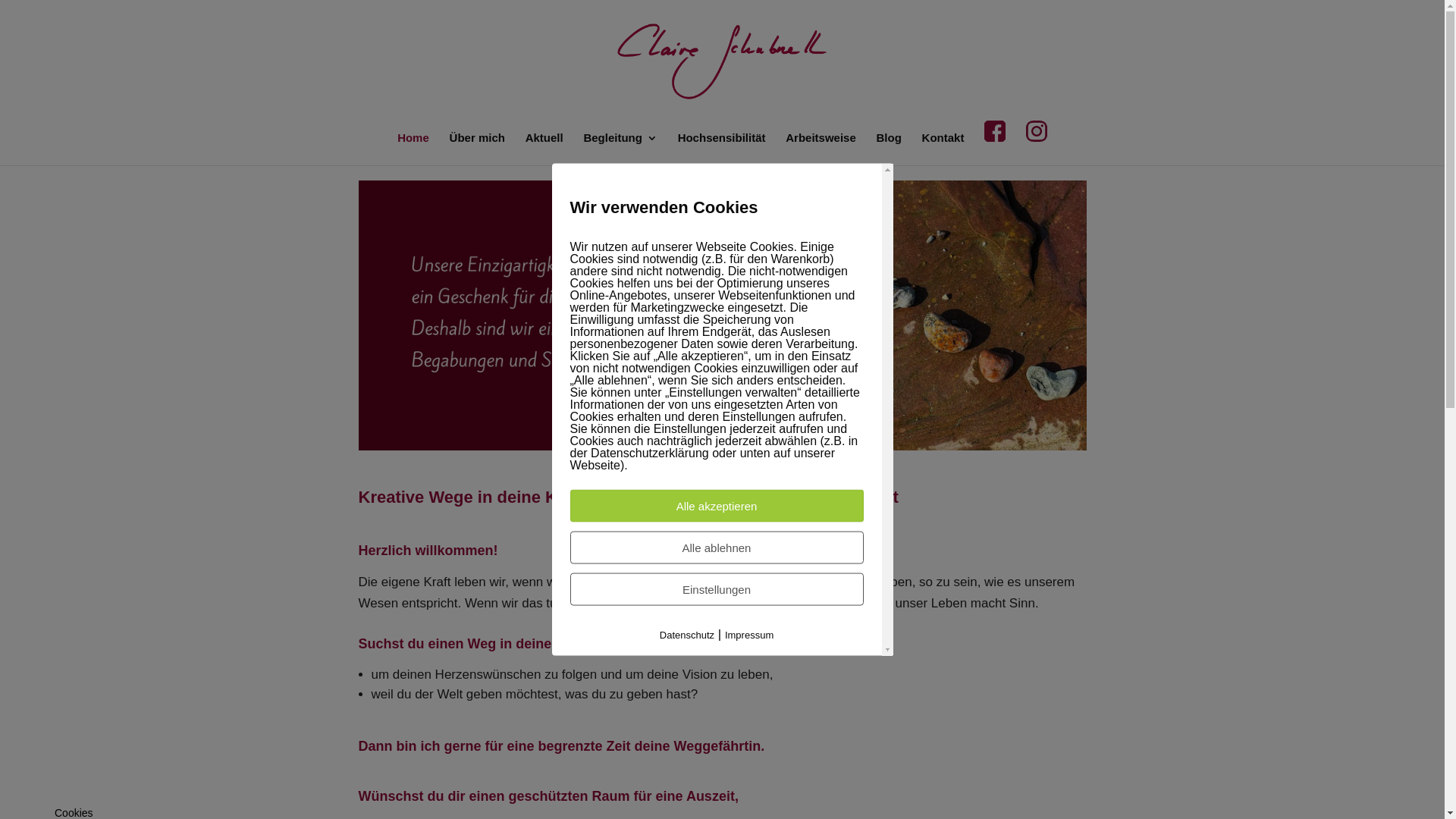  I want to click on 'Aktuell', so click(544, 149).